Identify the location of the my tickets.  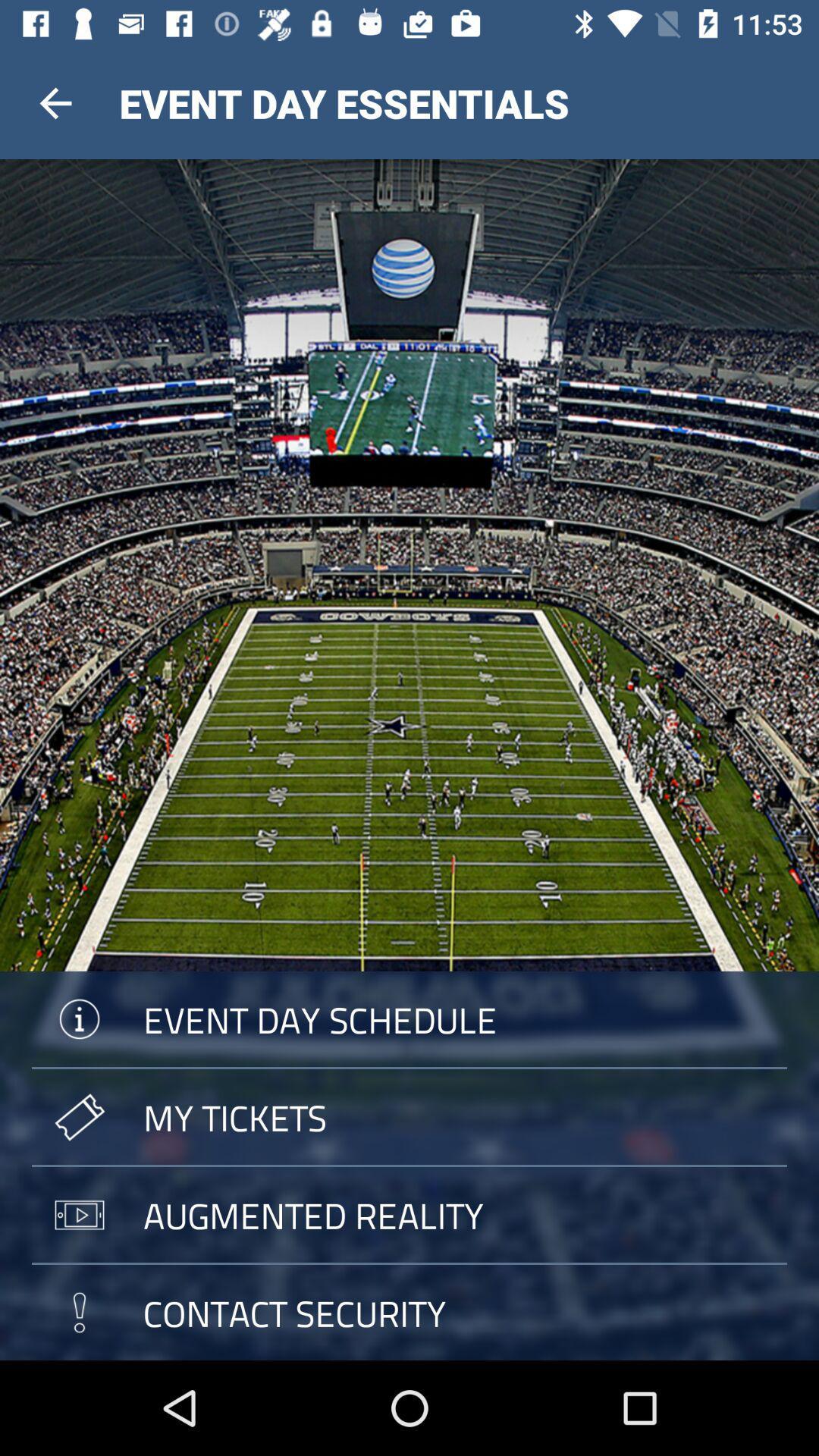
(409, 1117).